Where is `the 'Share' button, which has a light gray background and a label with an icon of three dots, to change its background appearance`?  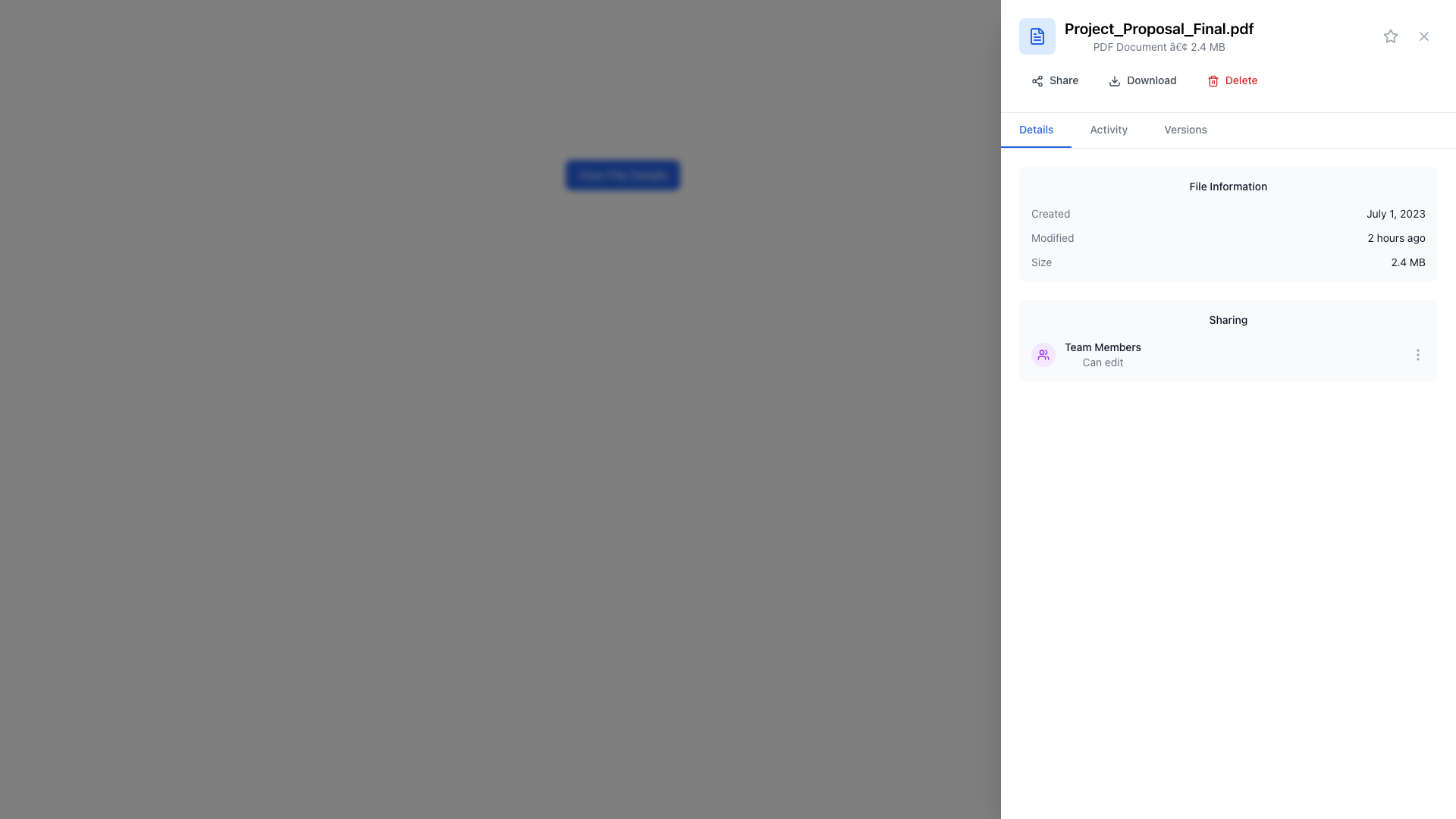
the 'Share' button, which has a light gray background and a label with an icon of three dots, to change its background appearance is located at coordinates (1054, 80).